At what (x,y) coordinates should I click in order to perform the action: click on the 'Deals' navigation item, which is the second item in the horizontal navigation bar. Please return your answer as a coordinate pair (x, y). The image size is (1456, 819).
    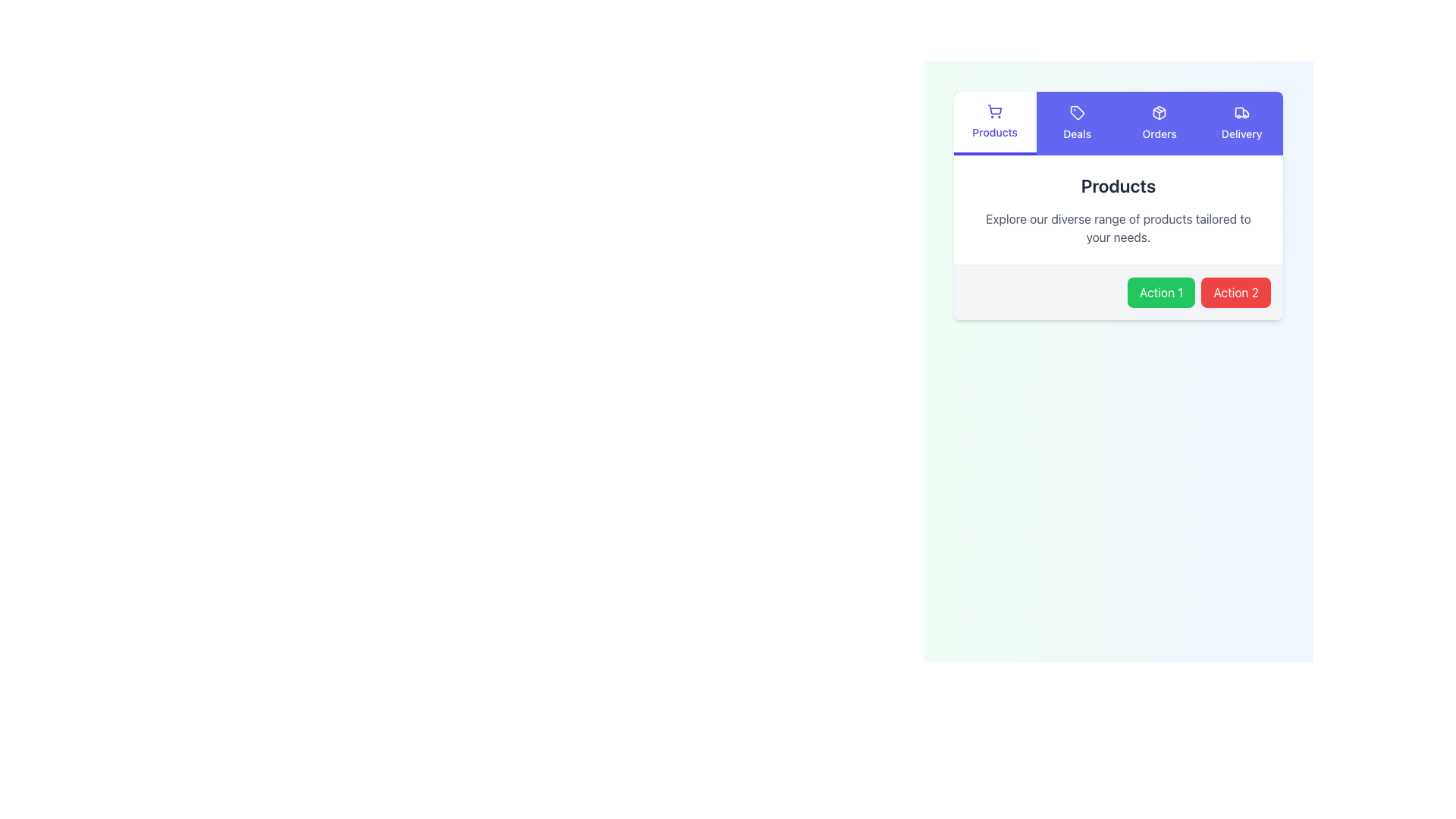
    Looking at the image, I should click on (1076, 122).